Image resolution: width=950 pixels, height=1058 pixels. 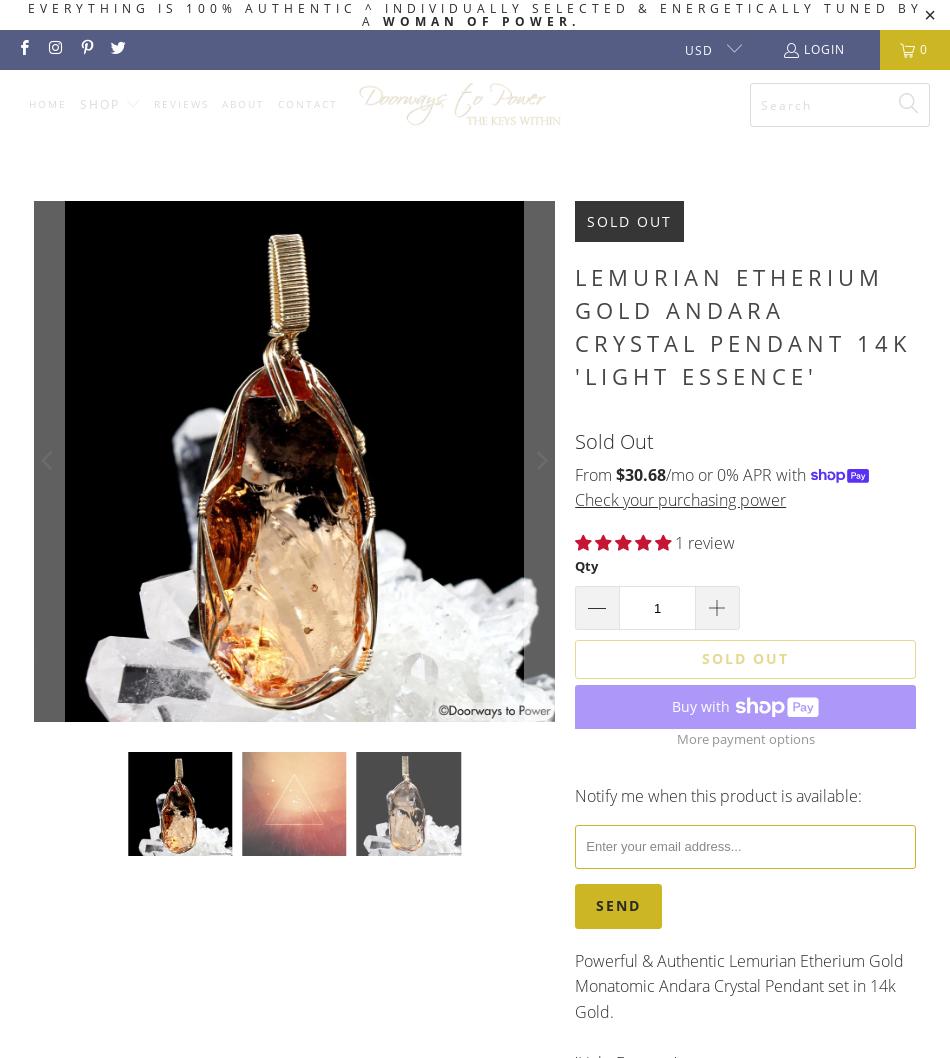 What do you see at coordinates (47, 103) in the screenshot?
I see `'Home'` at bounding box center [47, 103].